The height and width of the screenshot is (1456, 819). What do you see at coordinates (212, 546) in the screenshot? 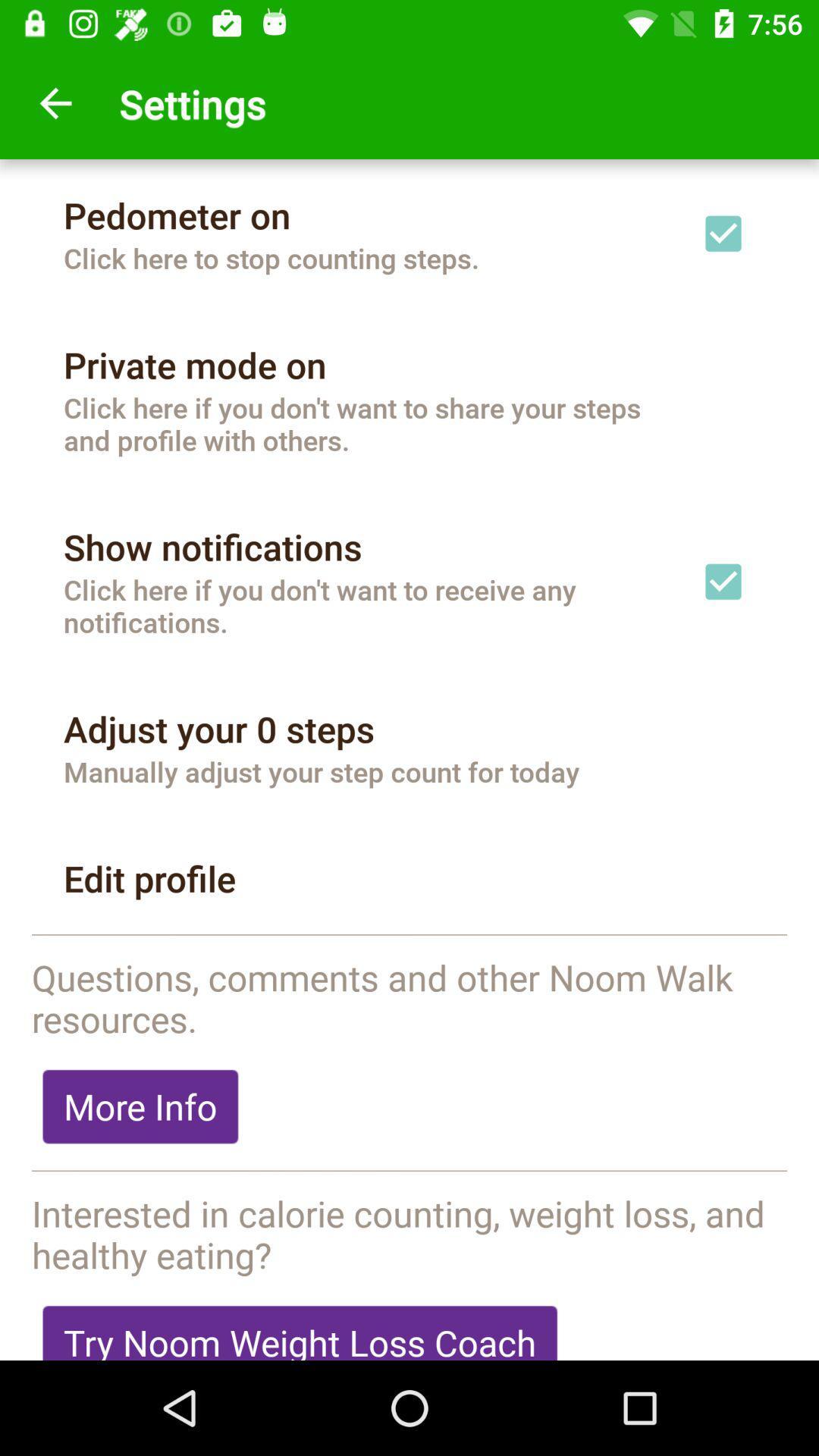
I see `icon above the click here if` at bounding box center [212, 546].